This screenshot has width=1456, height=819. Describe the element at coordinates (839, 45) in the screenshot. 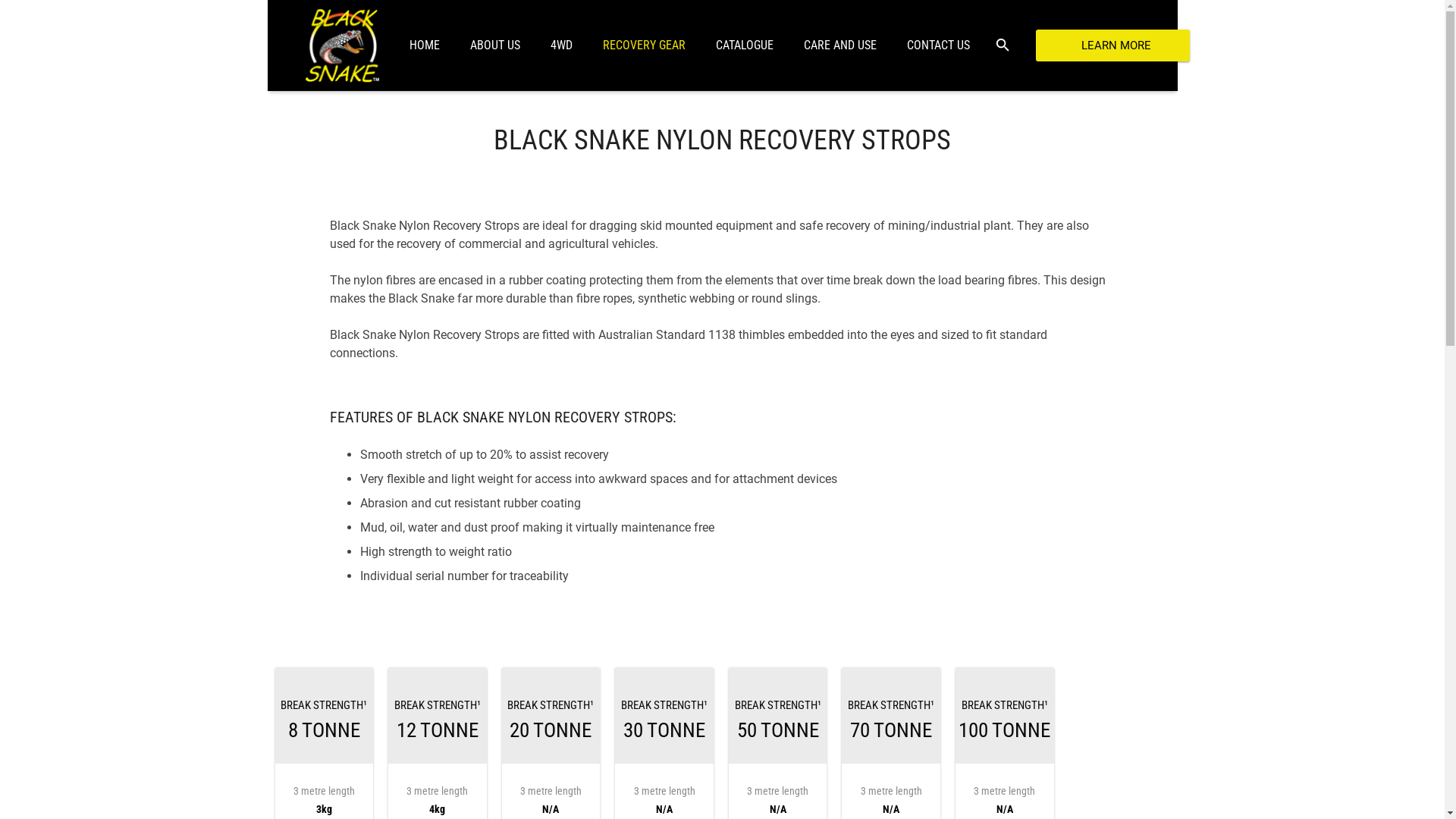

I see `'CARE AND USE'` at that location.